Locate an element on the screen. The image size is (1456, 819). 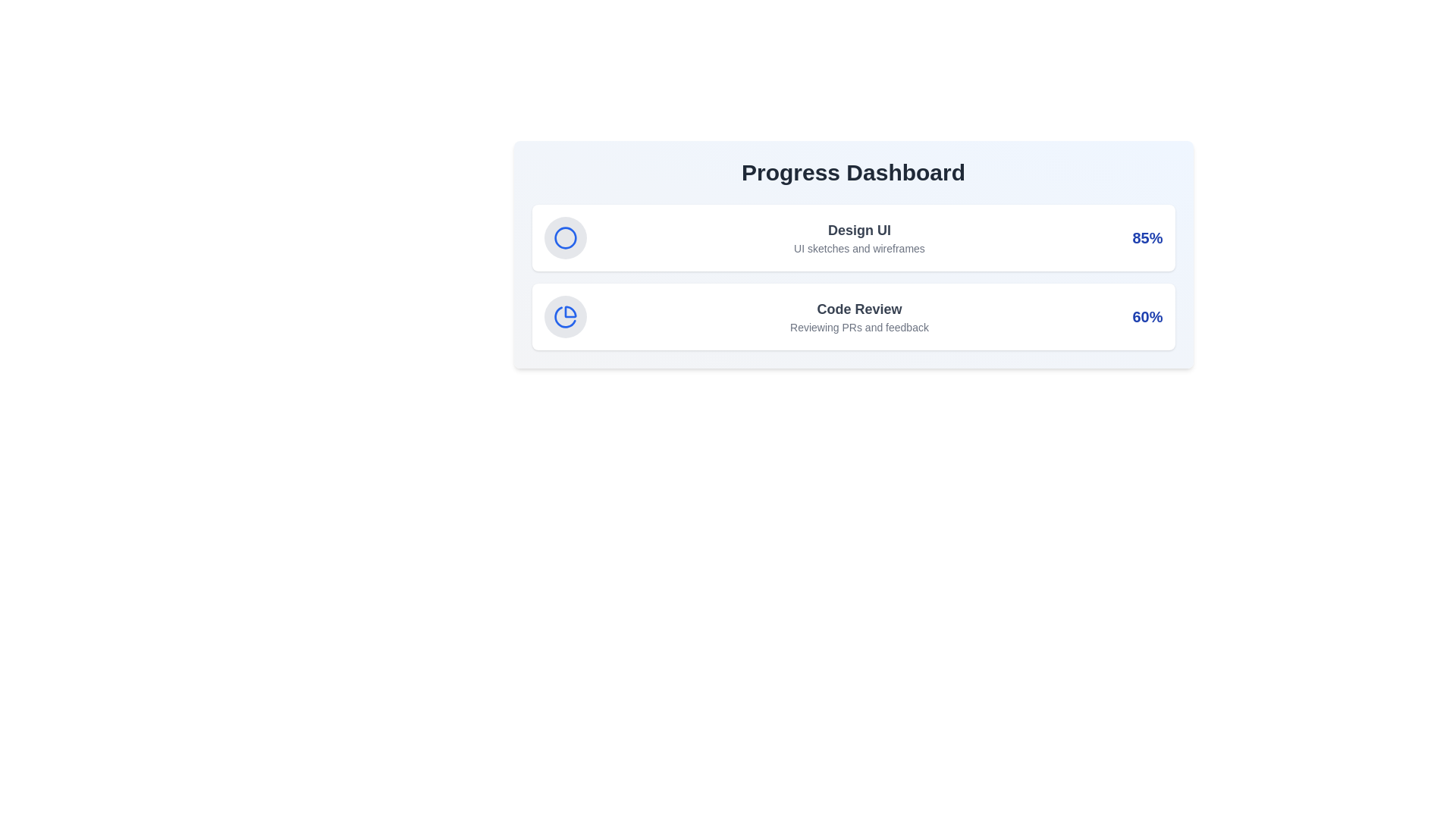
text from the 'Code Review' text label, which has a bold heading 'Code Review' and a smaller line 'Reviewing PRs and feedback', located centrally in the card-like area is located at coordinates (859, 315).